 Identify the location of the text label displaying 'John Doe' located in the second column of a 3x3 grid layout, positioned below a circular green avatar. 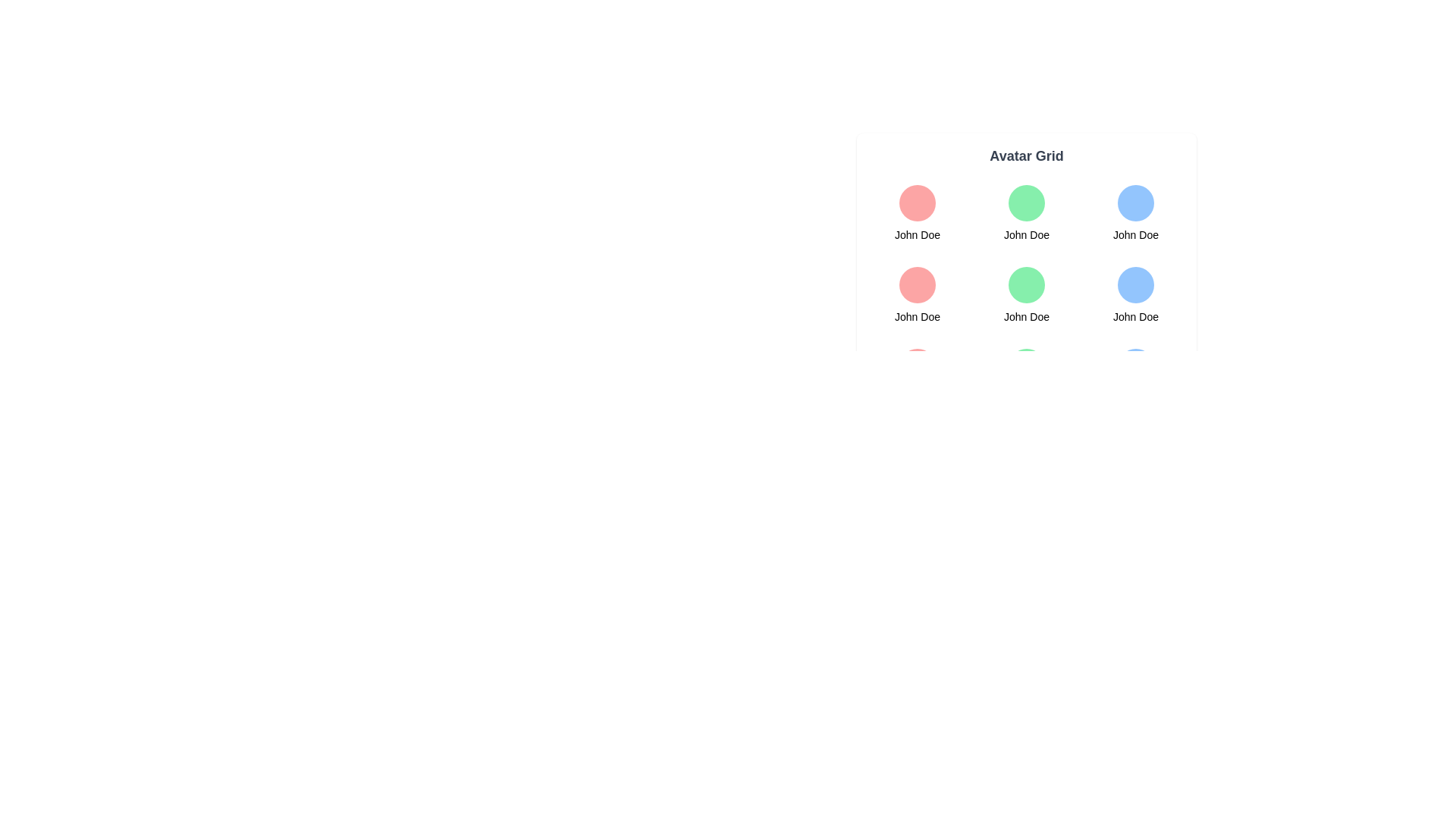
(1026, 234).